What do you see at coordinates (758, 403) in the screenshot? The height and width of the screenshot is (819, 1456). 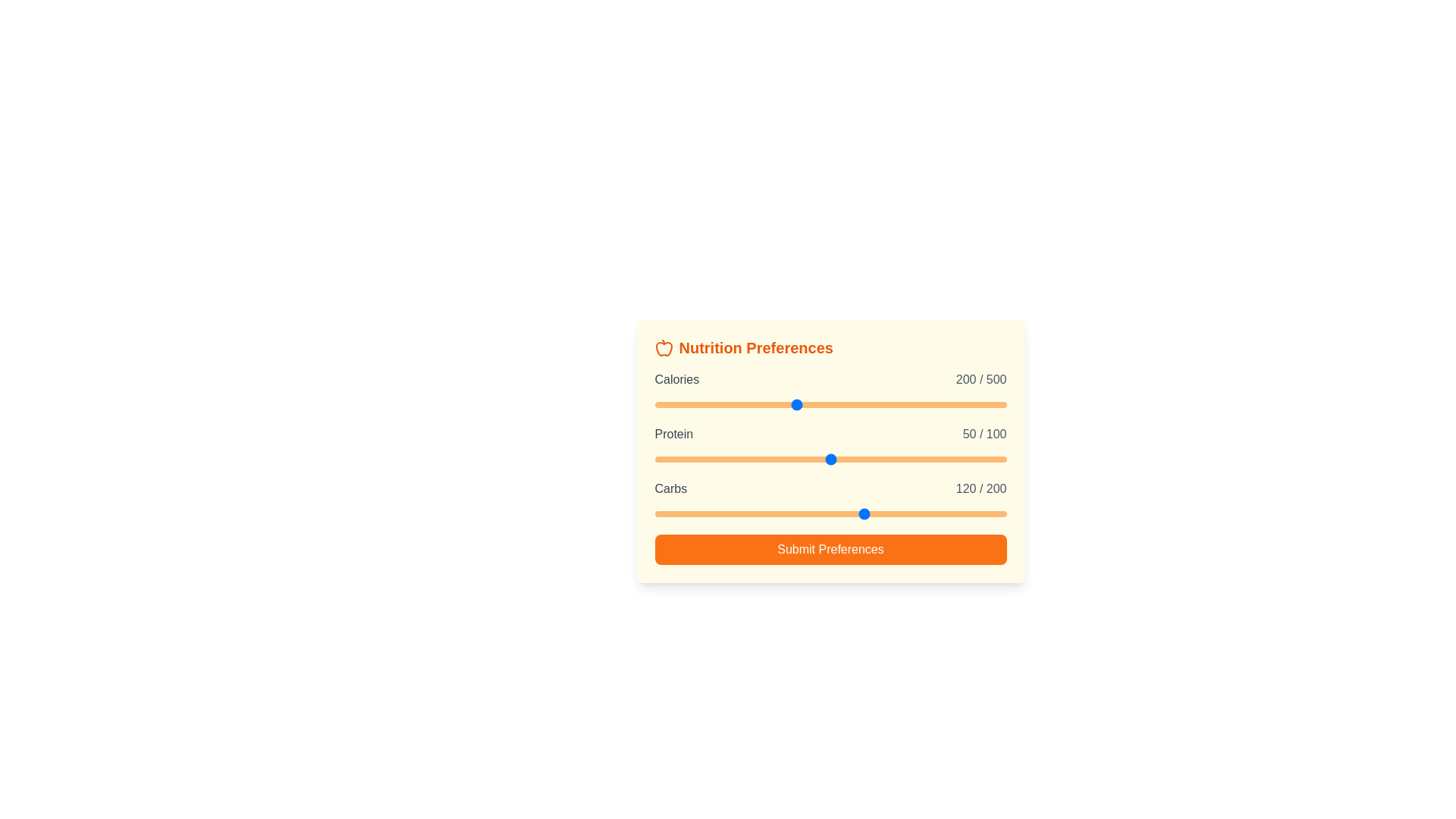 I see `calorie intake` at bounding box center [758, 403].